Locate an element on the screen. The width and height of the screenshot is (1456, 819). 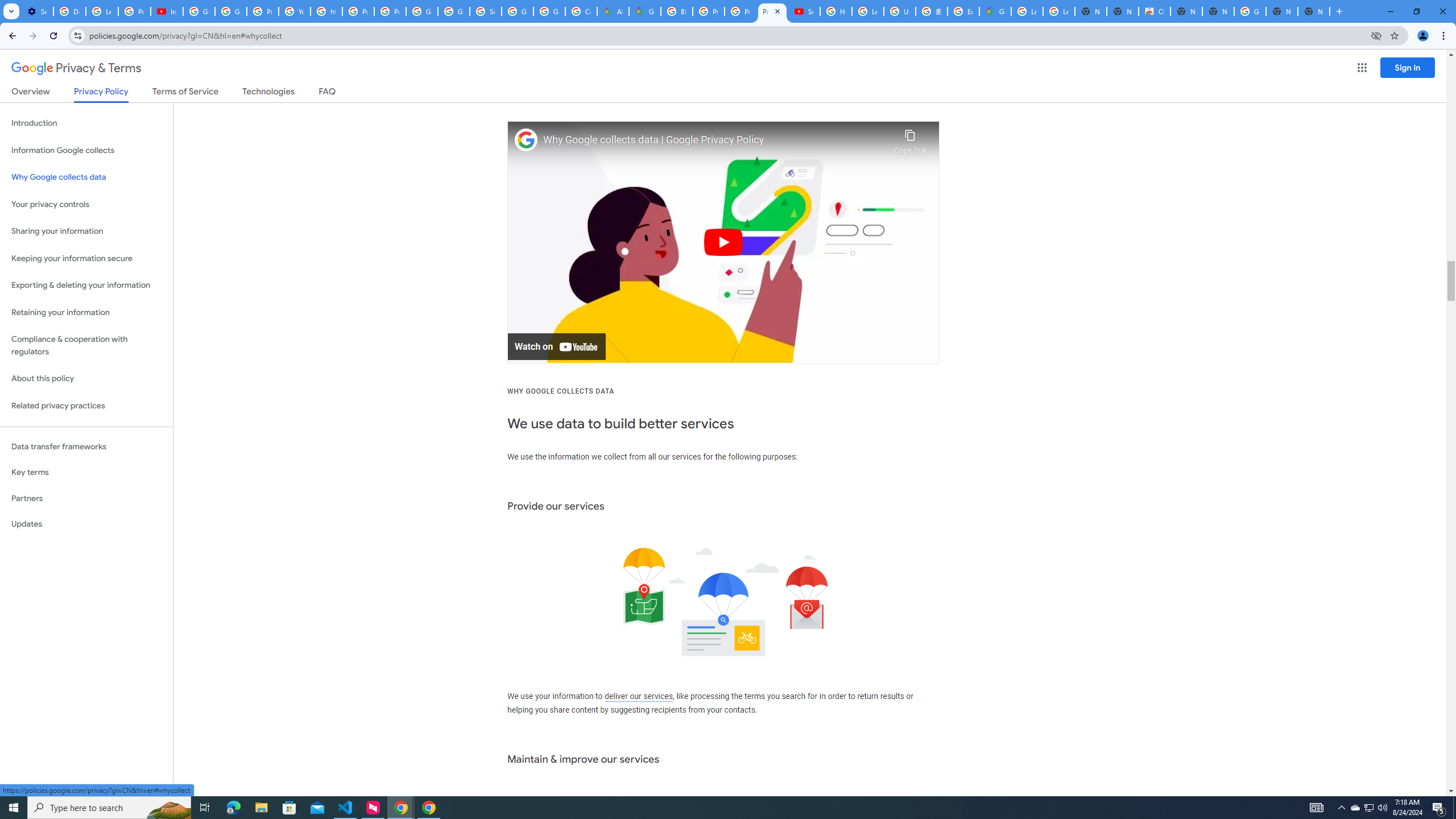
'Chrome Web Store' is located at coordinates (1155, 11).